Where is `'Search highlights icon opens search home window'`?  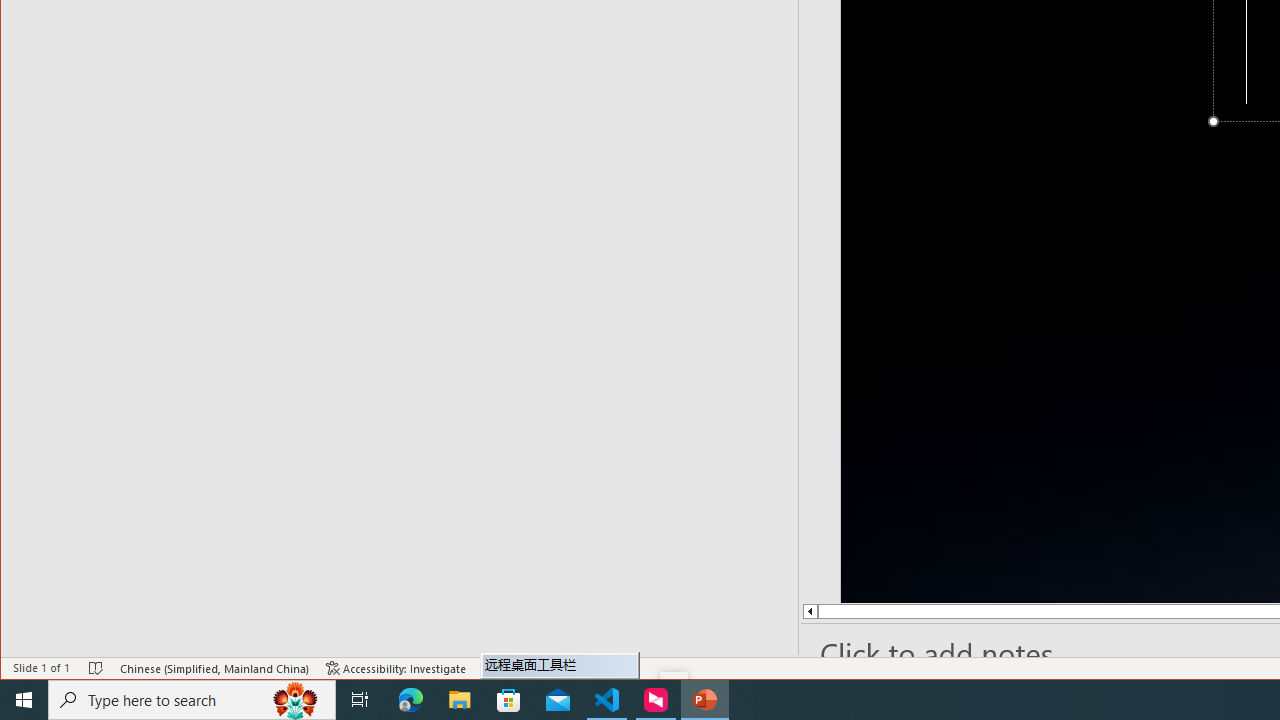
'Search highlights icon opens search home window' is located at coordinates (294, 698).